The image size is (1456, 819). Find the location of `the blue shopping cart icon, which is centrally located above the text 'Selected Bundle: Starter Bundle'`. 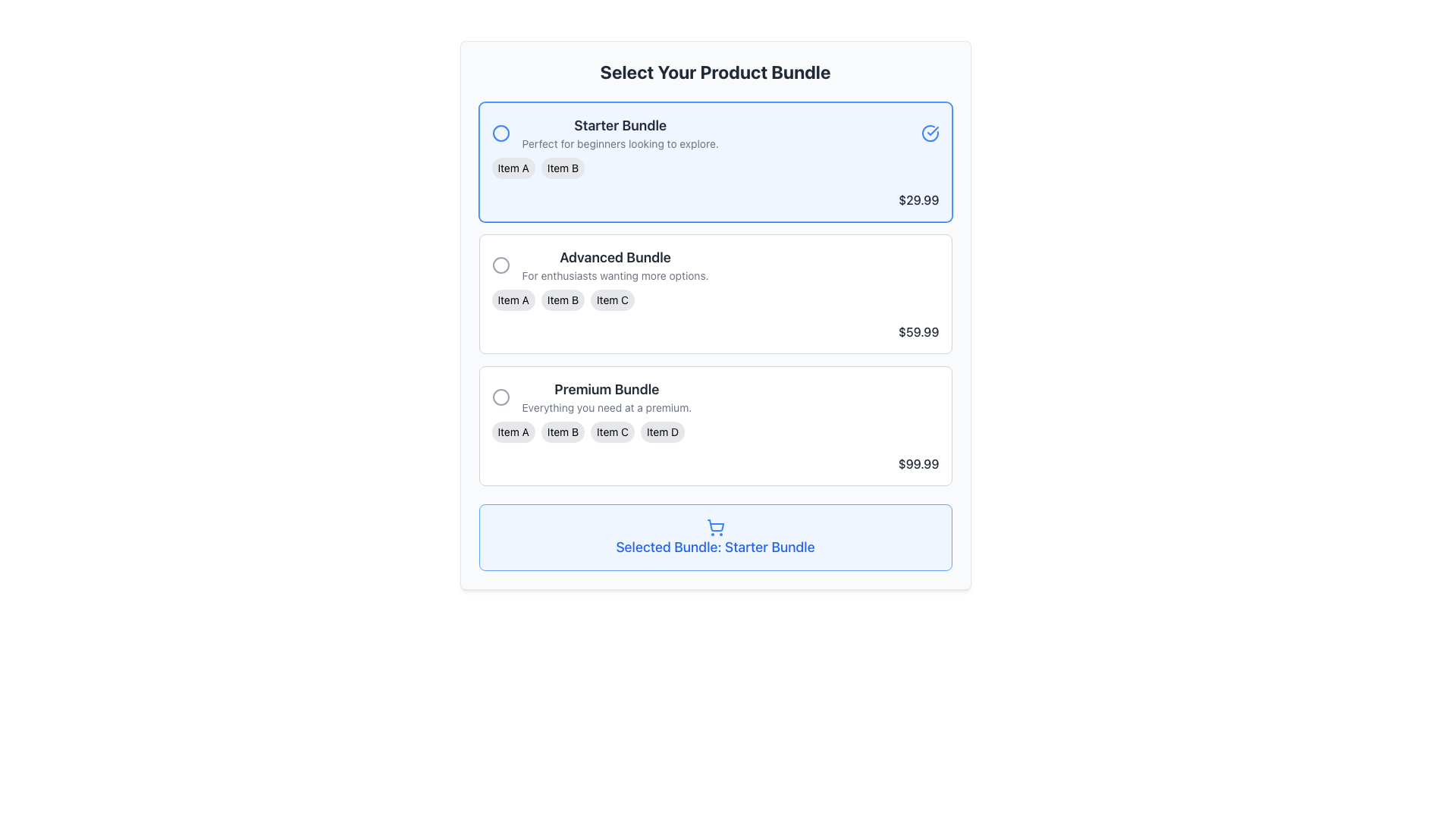

the blue shopping cart icon, which is centrally located above the text 'Selected Bundle: Starter Bundle' is located at coordinates (714, 526).